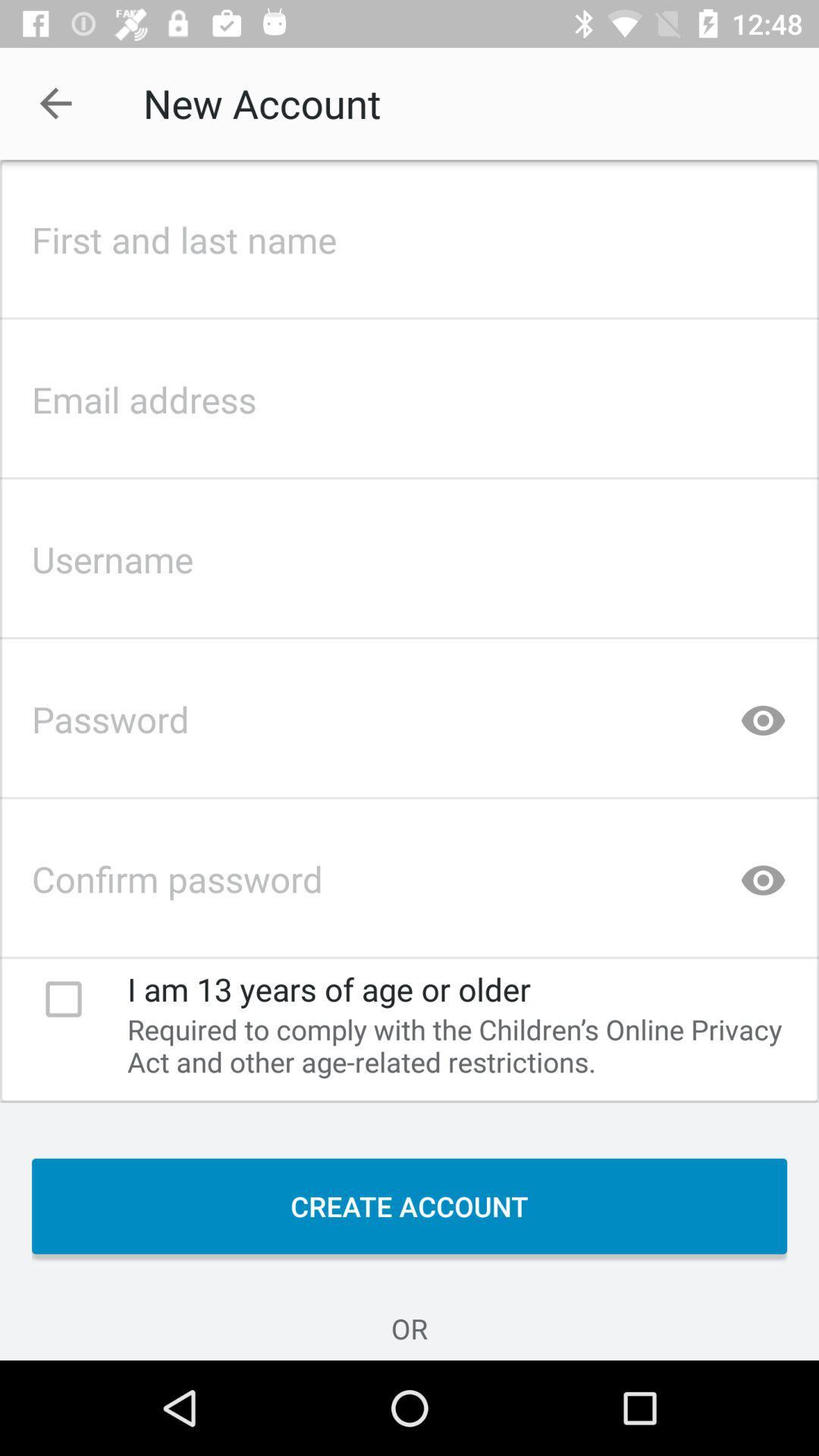 This screenshot has width=819, height=1456. What do you see at coordinates (63, 999) in the screenshot?
I see `icon to the left of i am 13 icon` at bounding box center [63, 999].